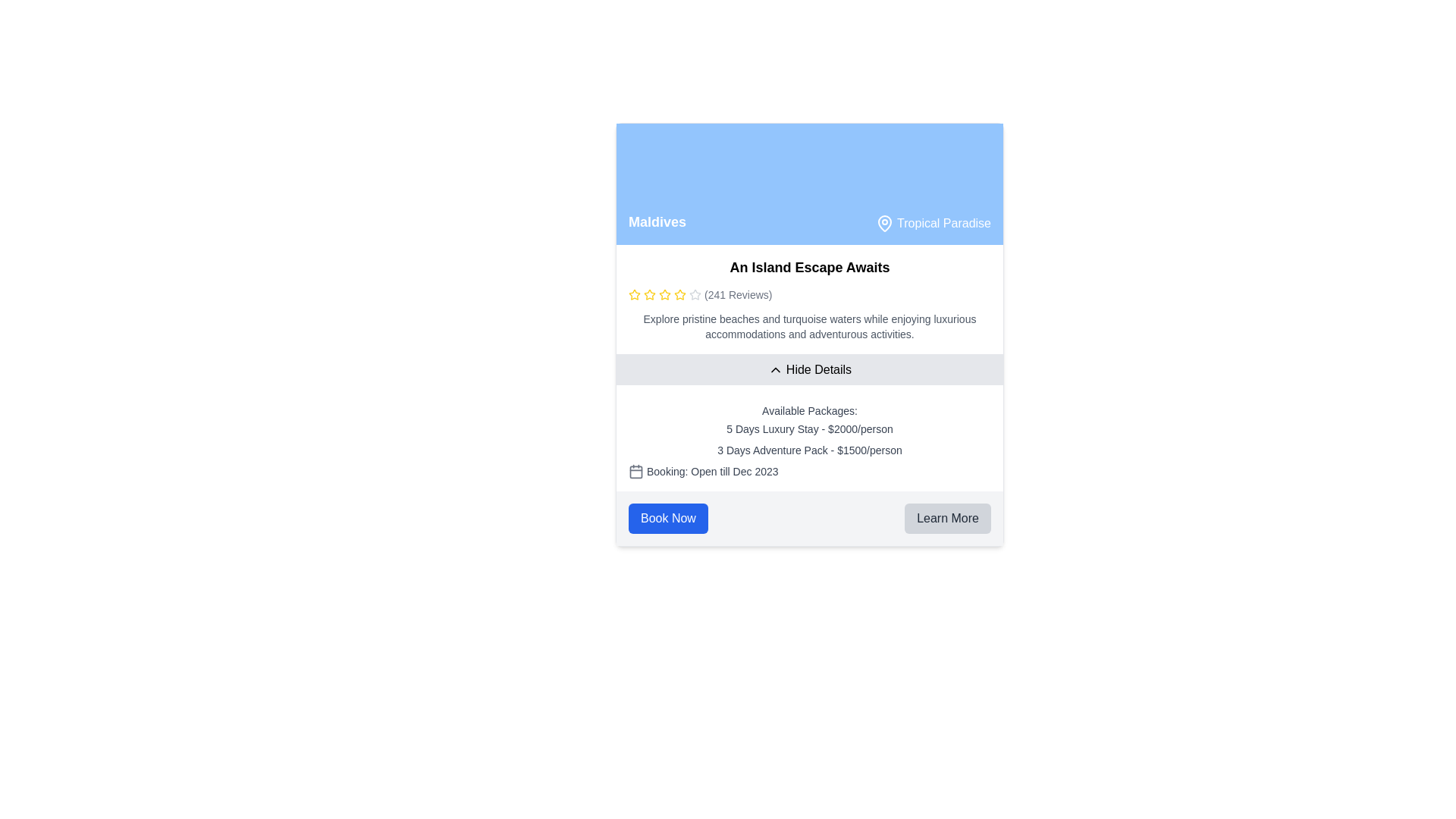 This screenshot has height=819, width=1456. I want to click on the calendar icon, which is a square outline with rounded corners and two binding lines at the top, located to the left of the text 'Booking: Open till Dec 2023', so click(636, 470).